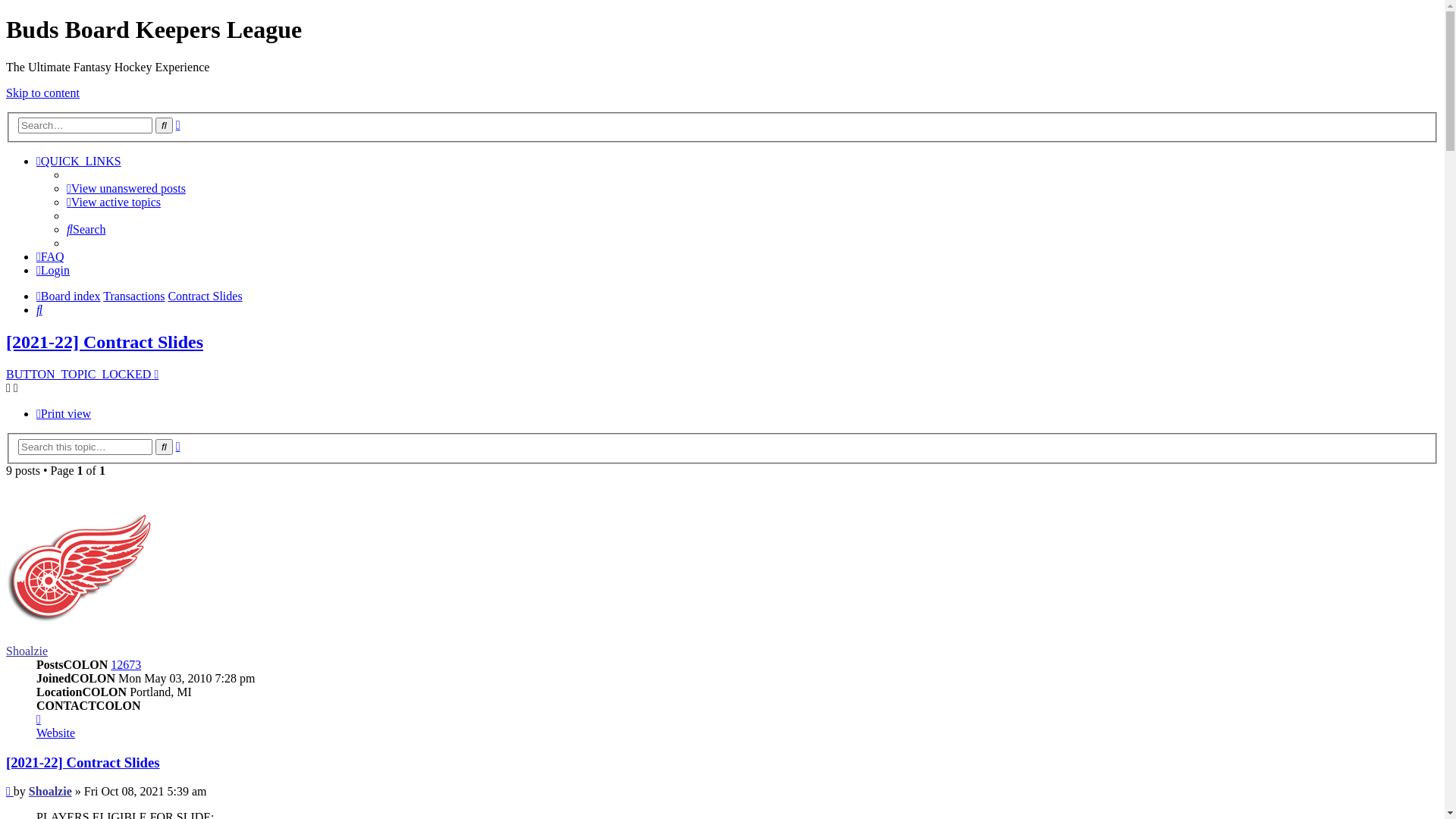  What do you see at coordinates (104, 342) in the screenshot?
I see `'[2021-22] Contract Slides'` at bounding box center [104, 342].